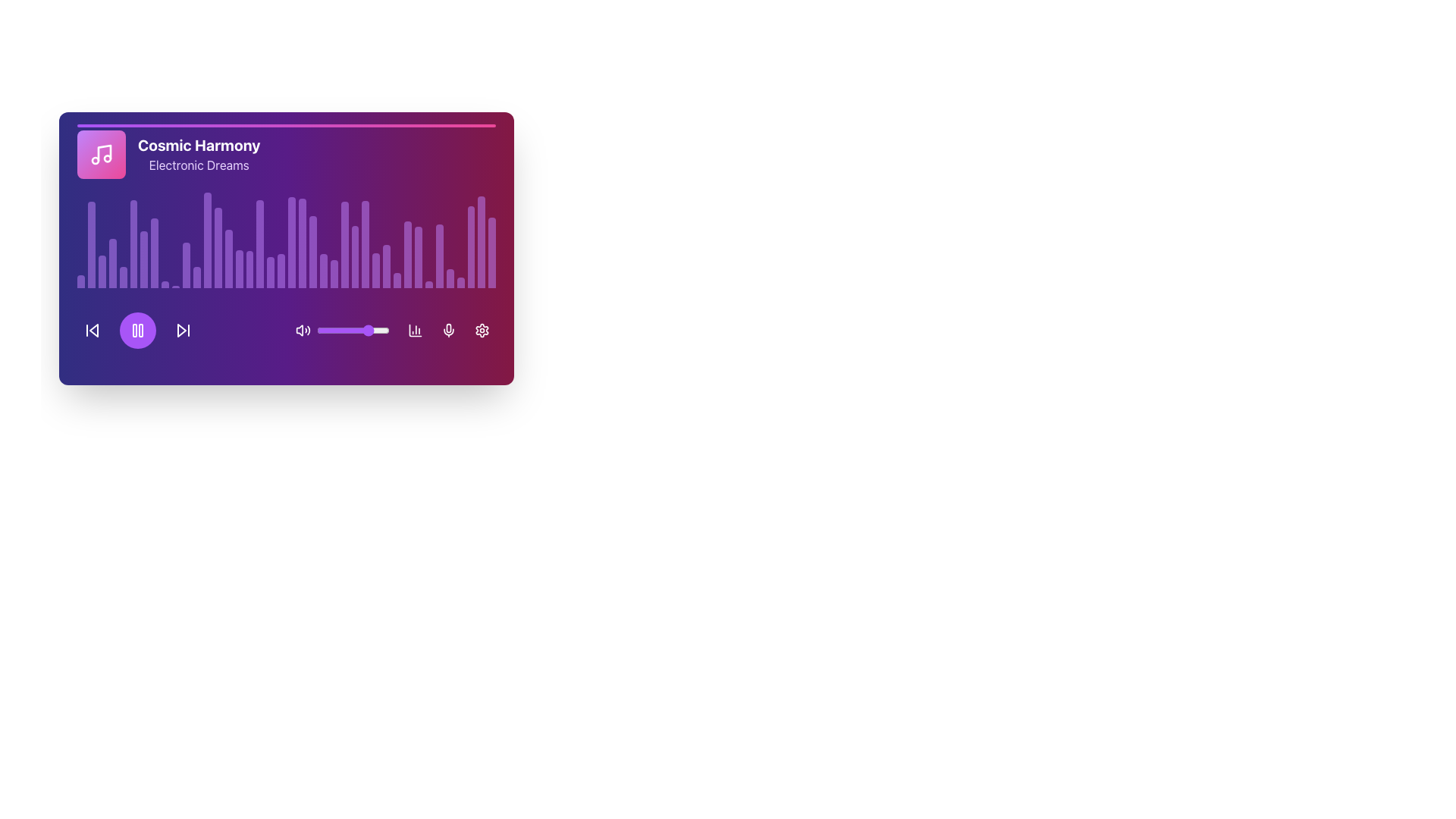  I want to click on the rightmost graph bar in the bar graph representation of the audio waveform or volume level, so click(481, 241).